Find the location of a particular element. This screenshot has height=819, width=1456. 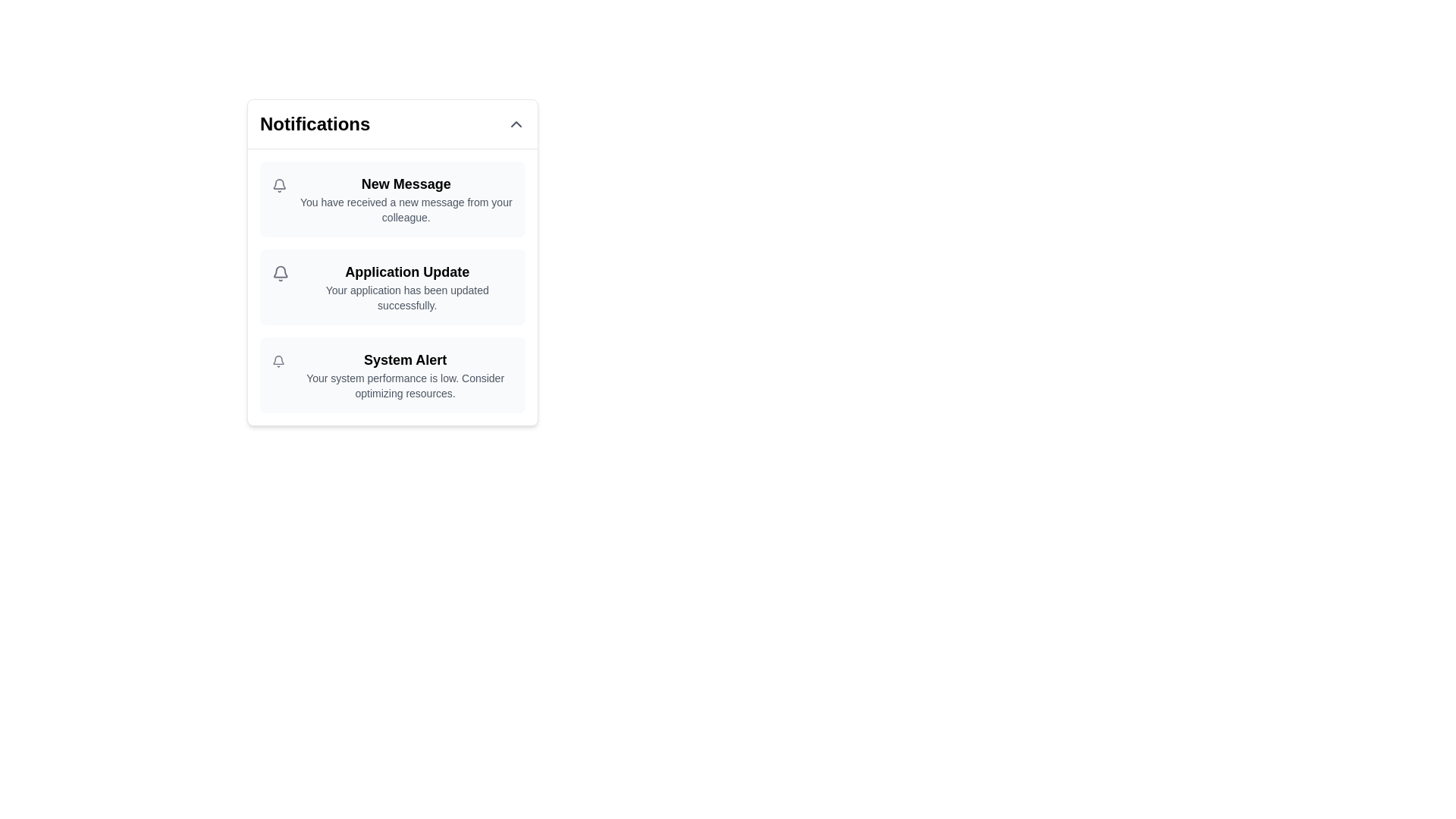

the bell icon representing the notification for 'Application Update' to focus on it is located at coordinates (281, 274).